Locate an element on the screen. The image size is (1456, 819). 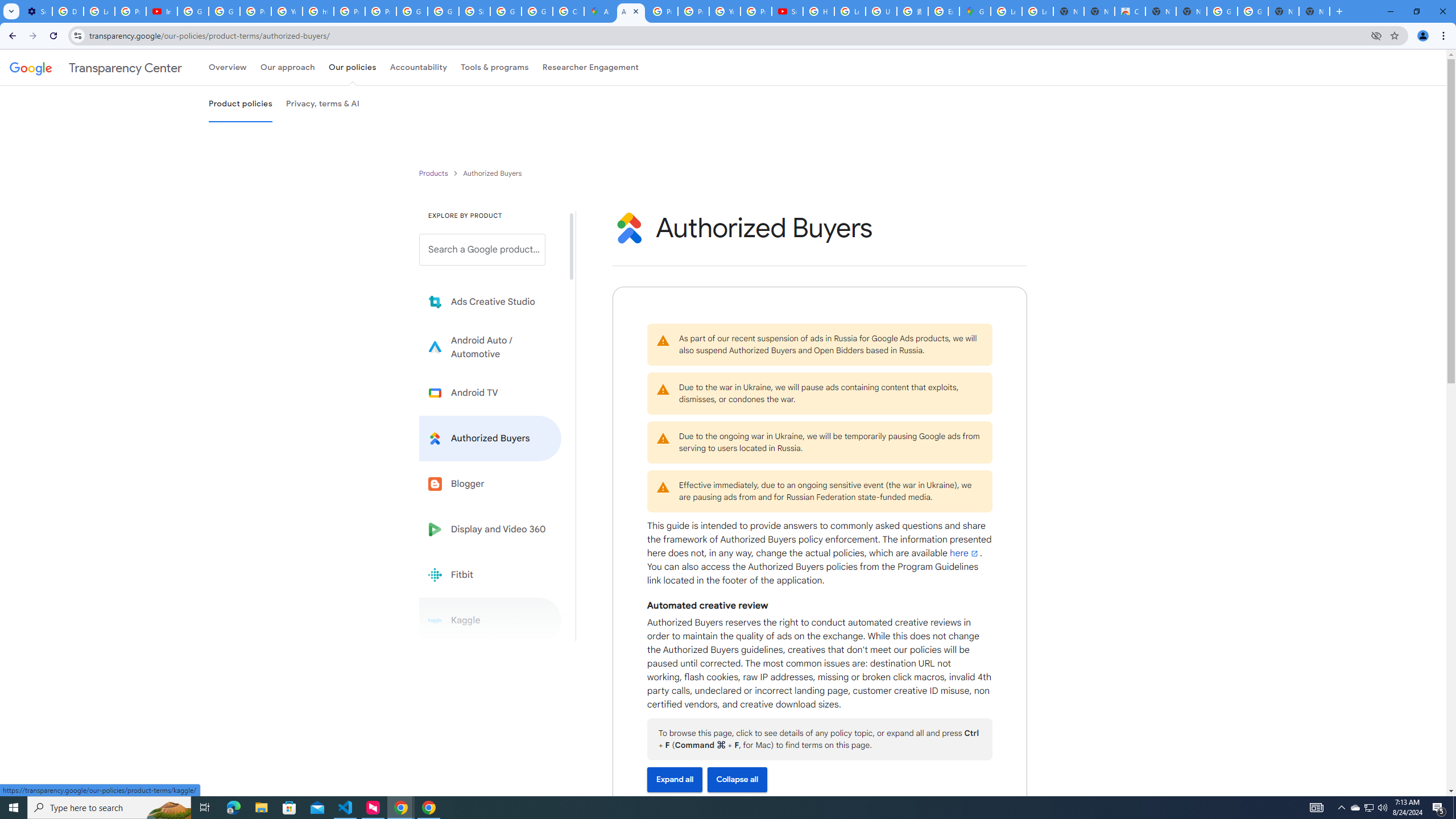
'Google Account Help' is located at coordinates (224, 11).